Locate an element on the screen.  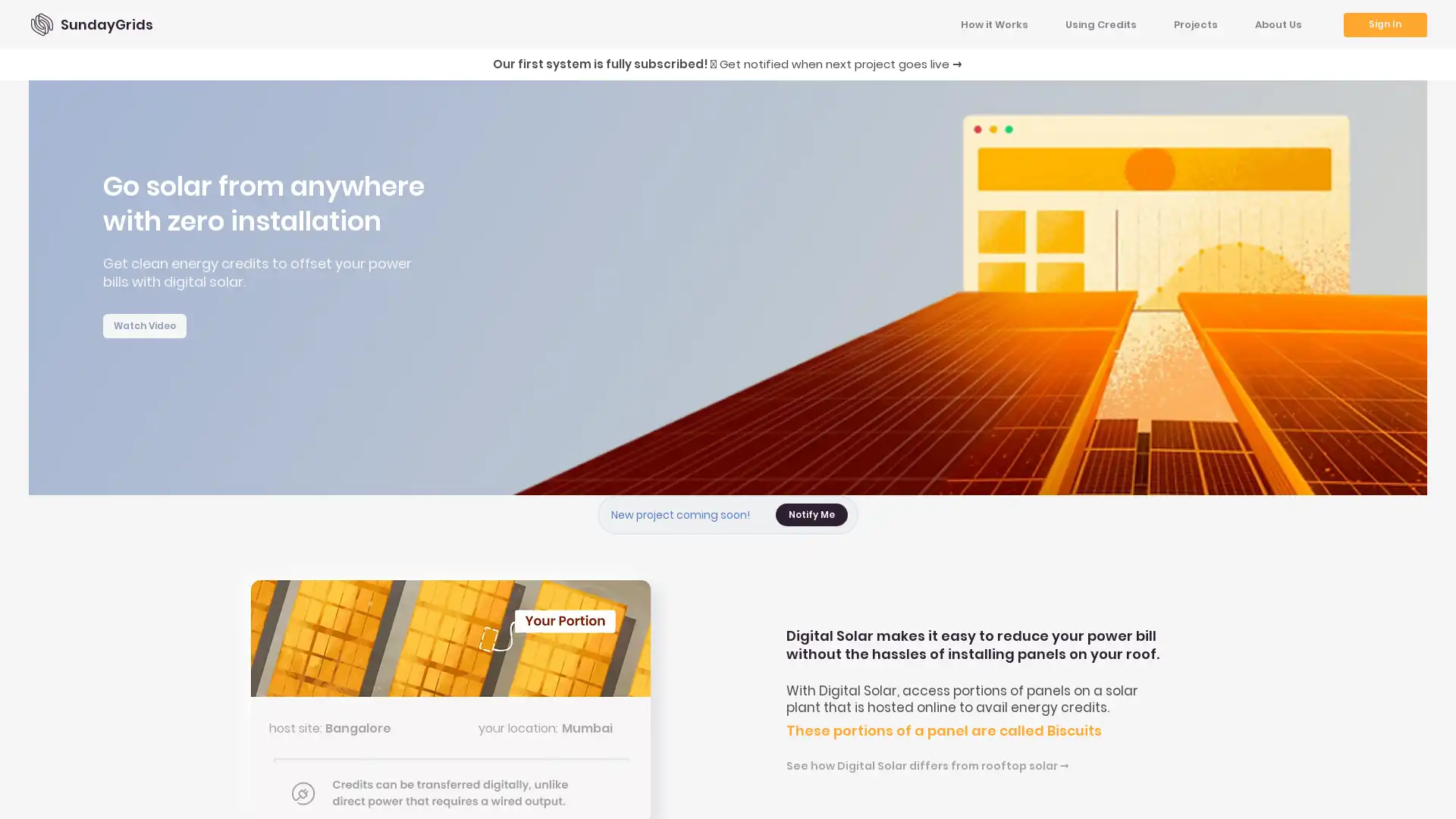
Sign In is located at coordinates (1384, 24).